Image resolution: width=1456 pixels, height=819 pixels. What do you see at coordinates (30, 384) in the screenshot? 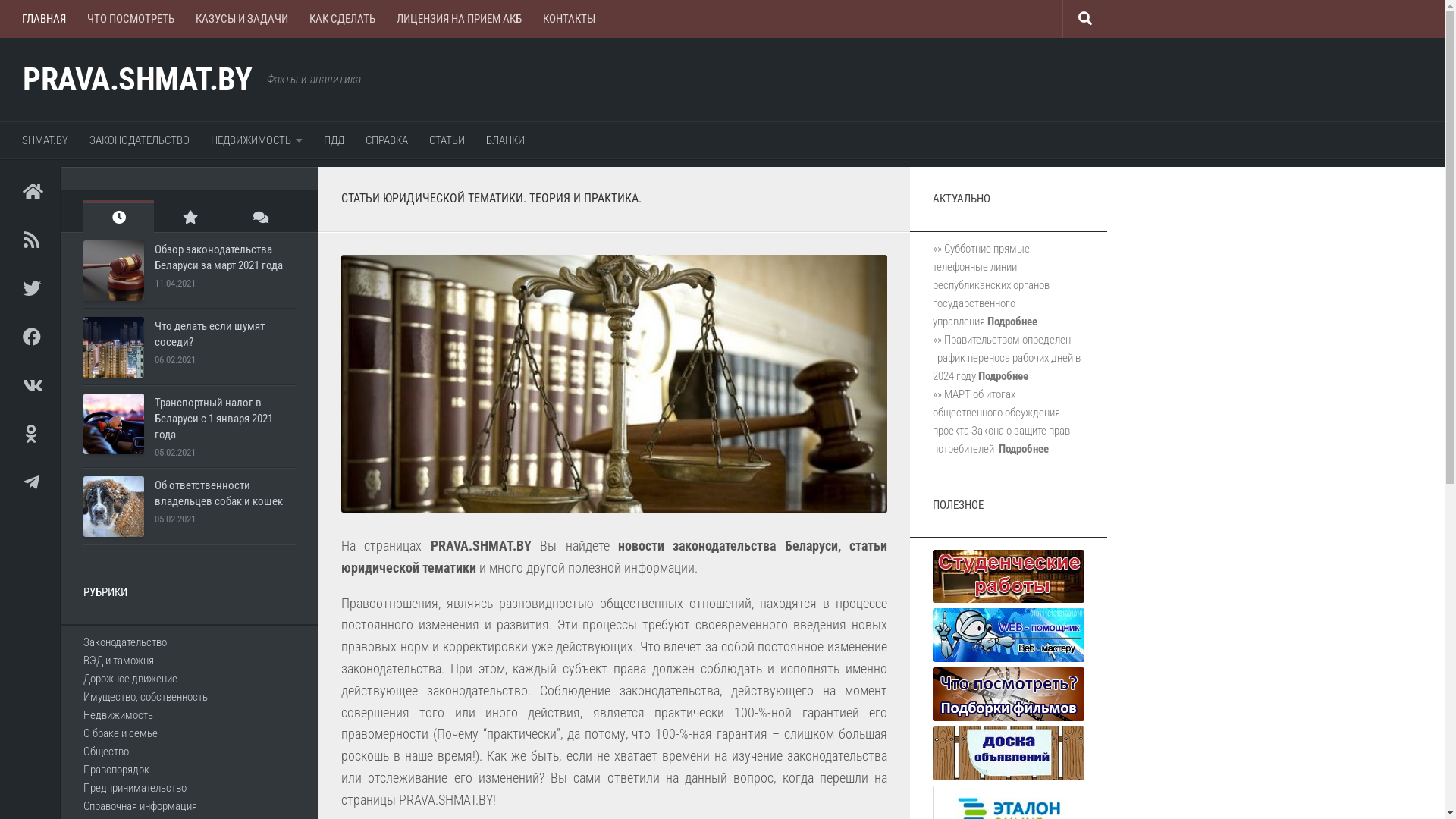
I see `'VK'` at bounding box center [30, 384].